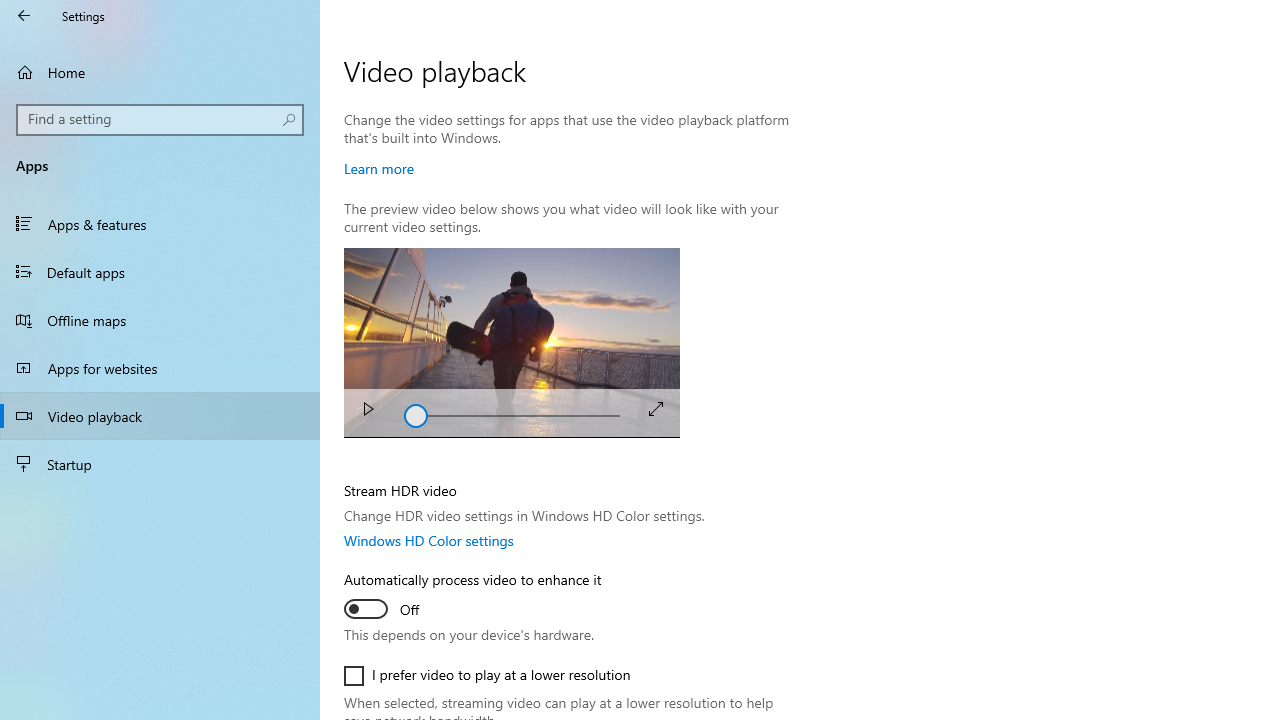 The height and width of the screenshot is (720, 1280). What do you see at coordinates (379, 167) in the screenshot?
I see `'Learn more'` at bounding box center [379, 167].